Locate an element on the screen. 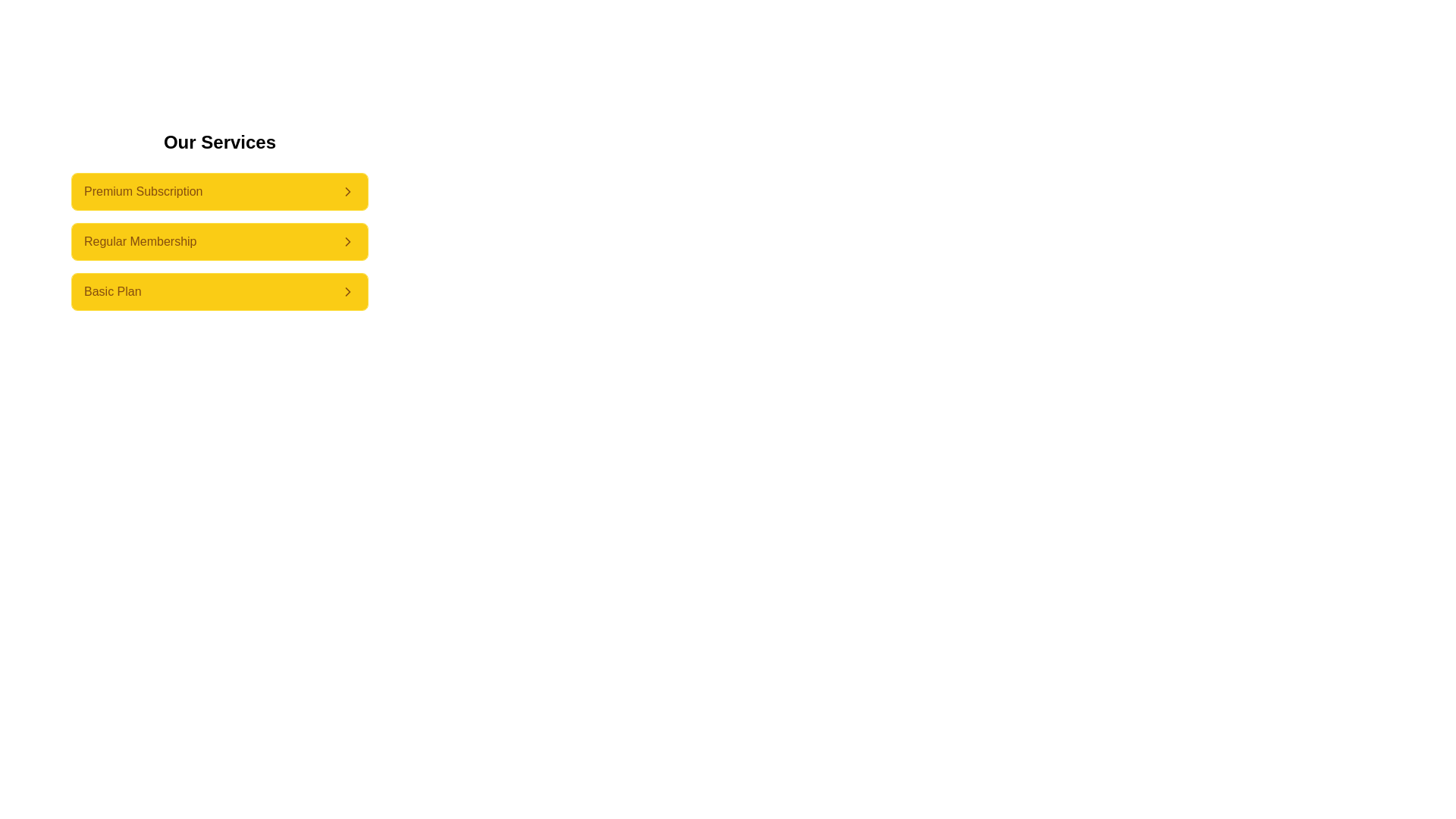  the small right-pointing chevron arrow icon located to the right of the 'Regular Membership' button is located at coordinates (347, 241).